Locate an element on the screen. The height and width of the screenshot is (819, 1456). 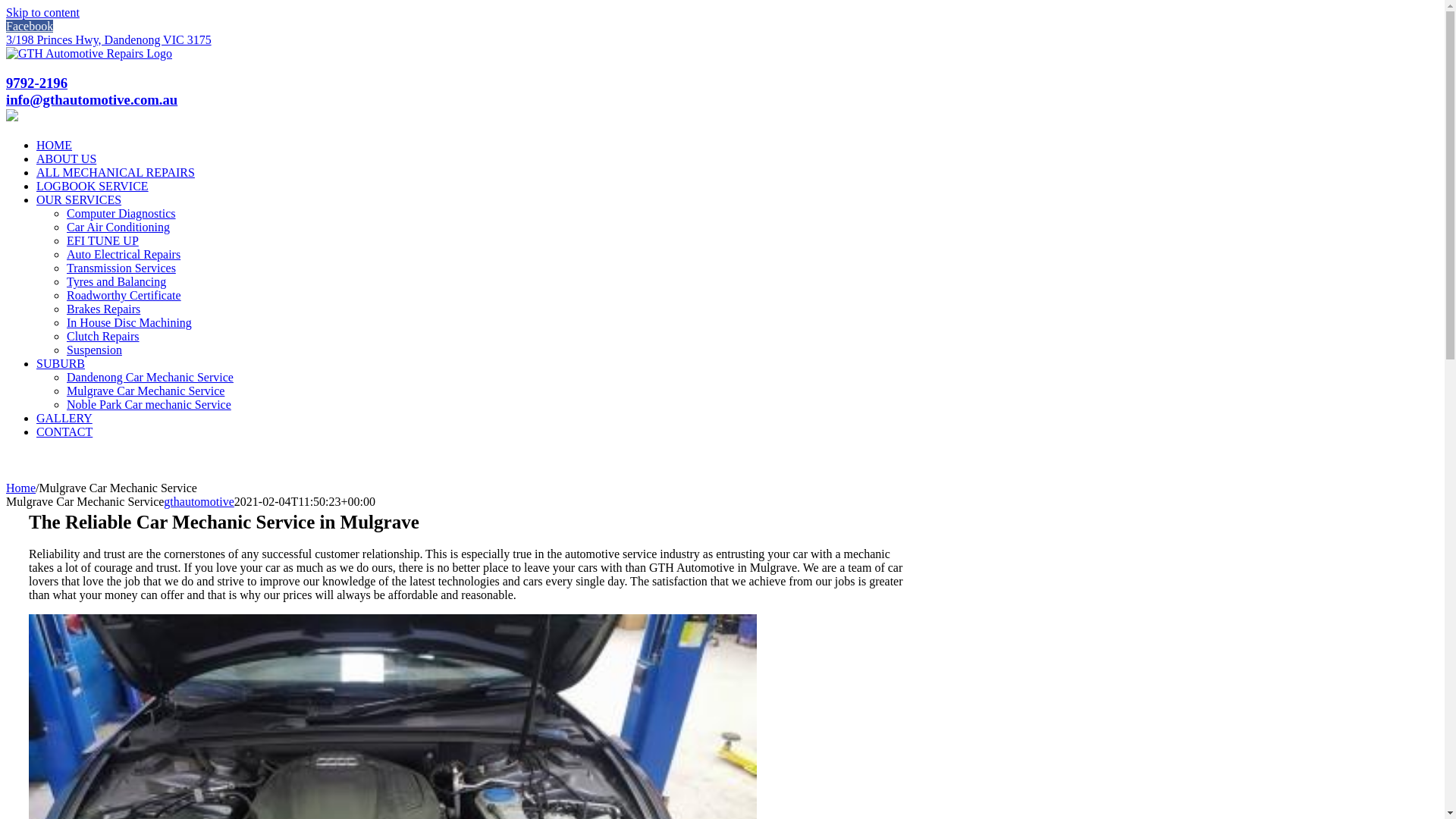
'9792-2196' is located at coordinates (36, 83).